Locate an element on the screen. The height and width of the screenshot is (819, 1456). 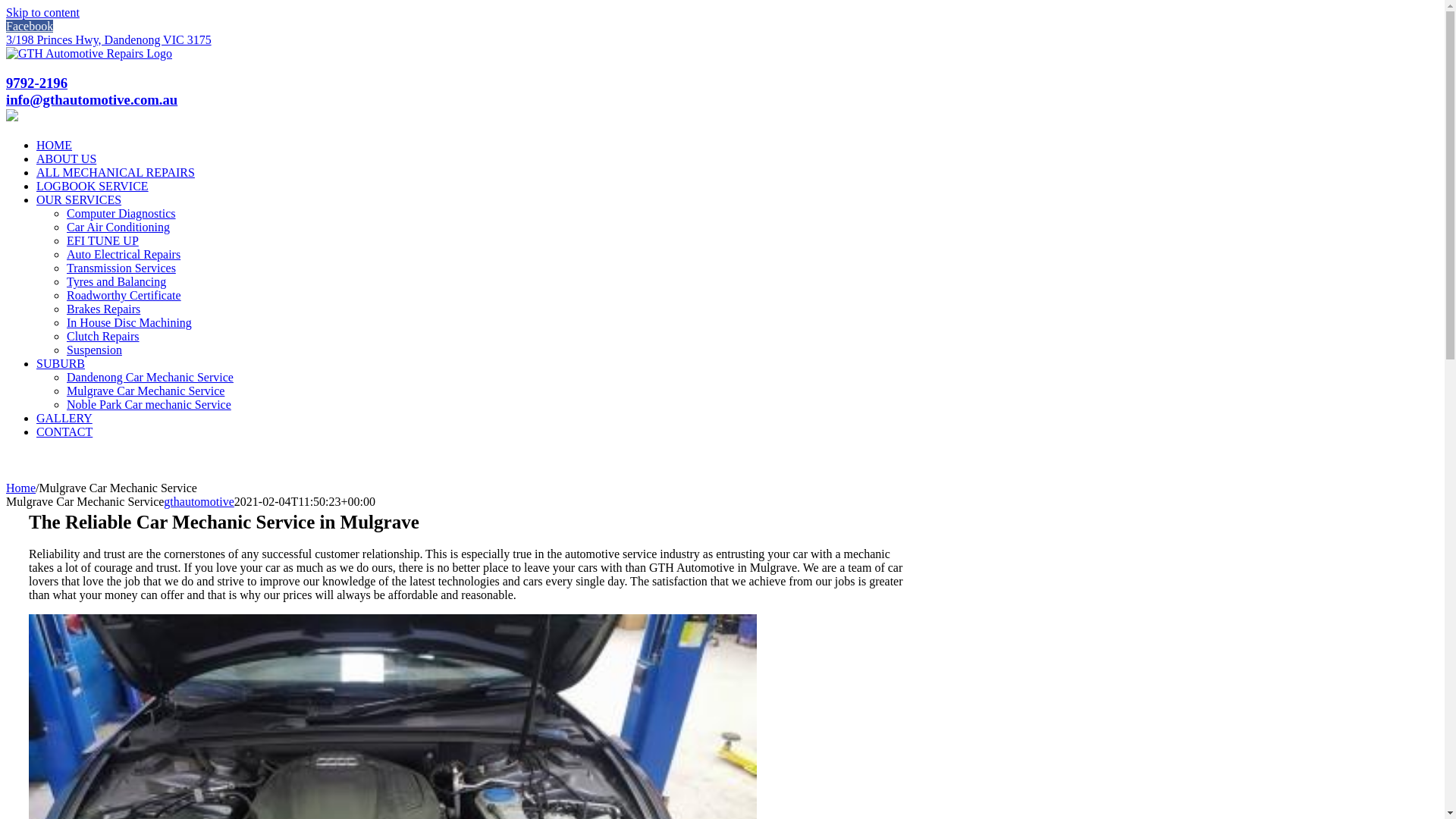
'9792-2196' is located at coordinates (36, 83).